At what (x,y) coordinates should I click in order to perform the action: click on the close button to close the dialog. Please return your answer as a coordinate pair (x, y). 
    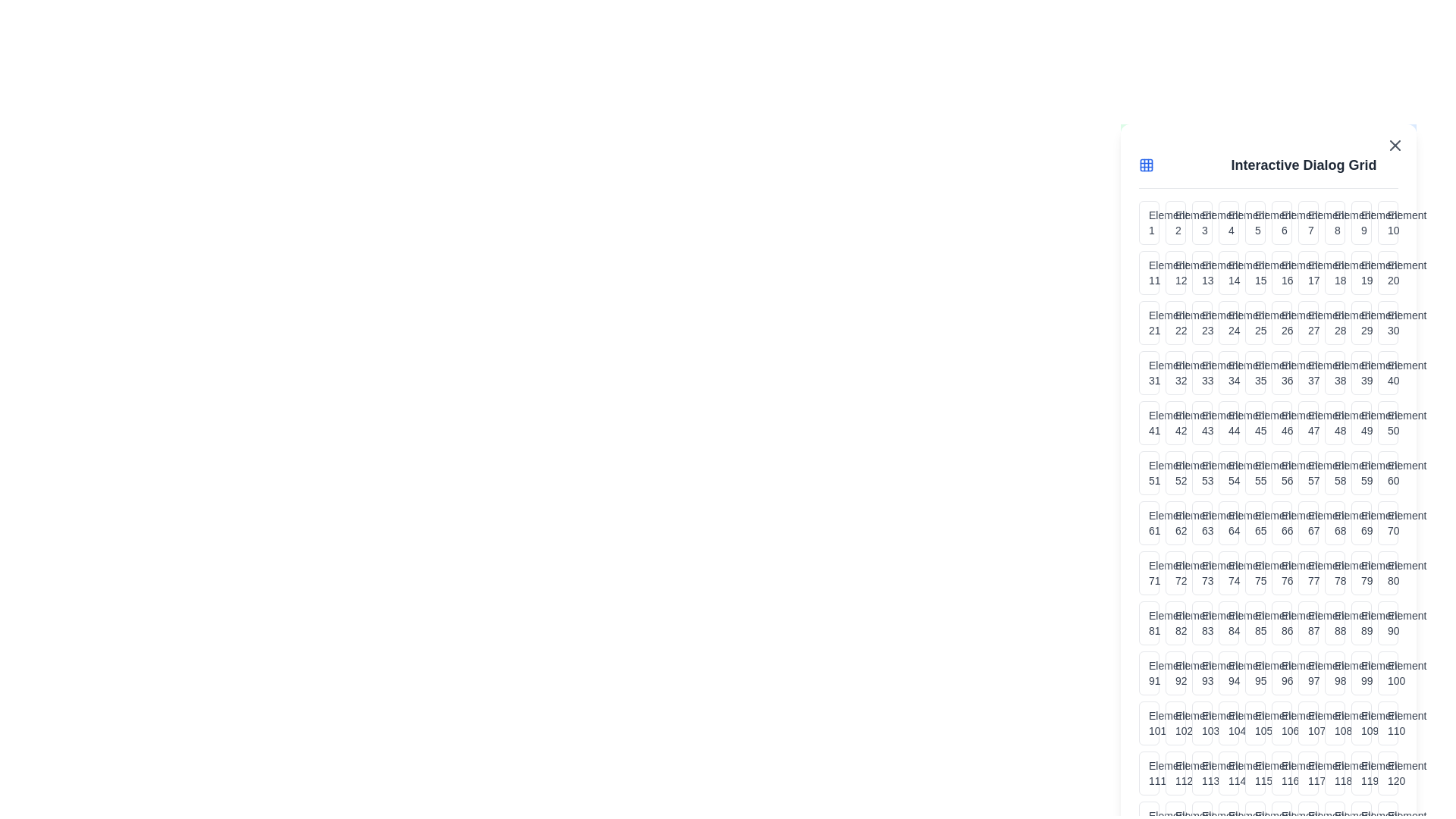
    Looking at the image, I should click on (1395, 146).